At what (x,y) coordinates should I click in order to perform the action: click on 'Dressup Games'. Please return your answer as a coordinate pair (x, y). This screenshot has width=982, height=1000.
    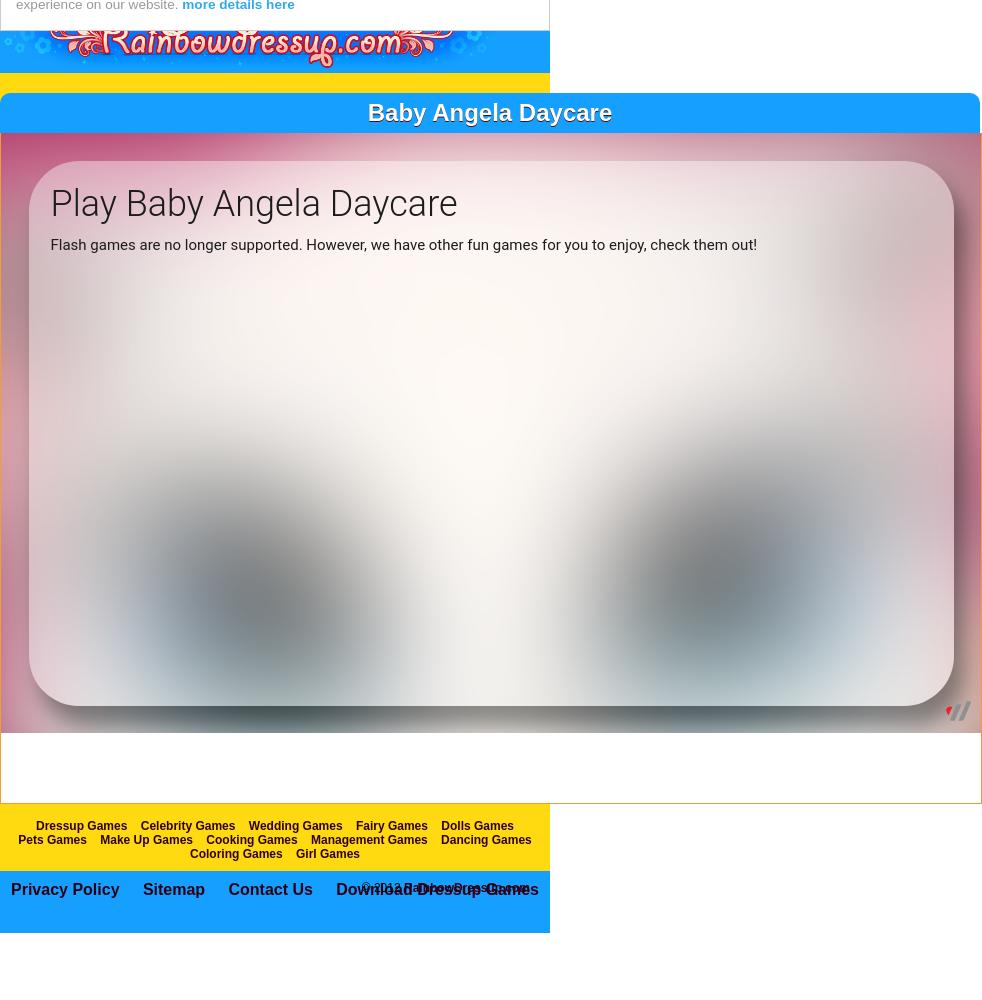
    Looking at the image, I should click on (33, 866).